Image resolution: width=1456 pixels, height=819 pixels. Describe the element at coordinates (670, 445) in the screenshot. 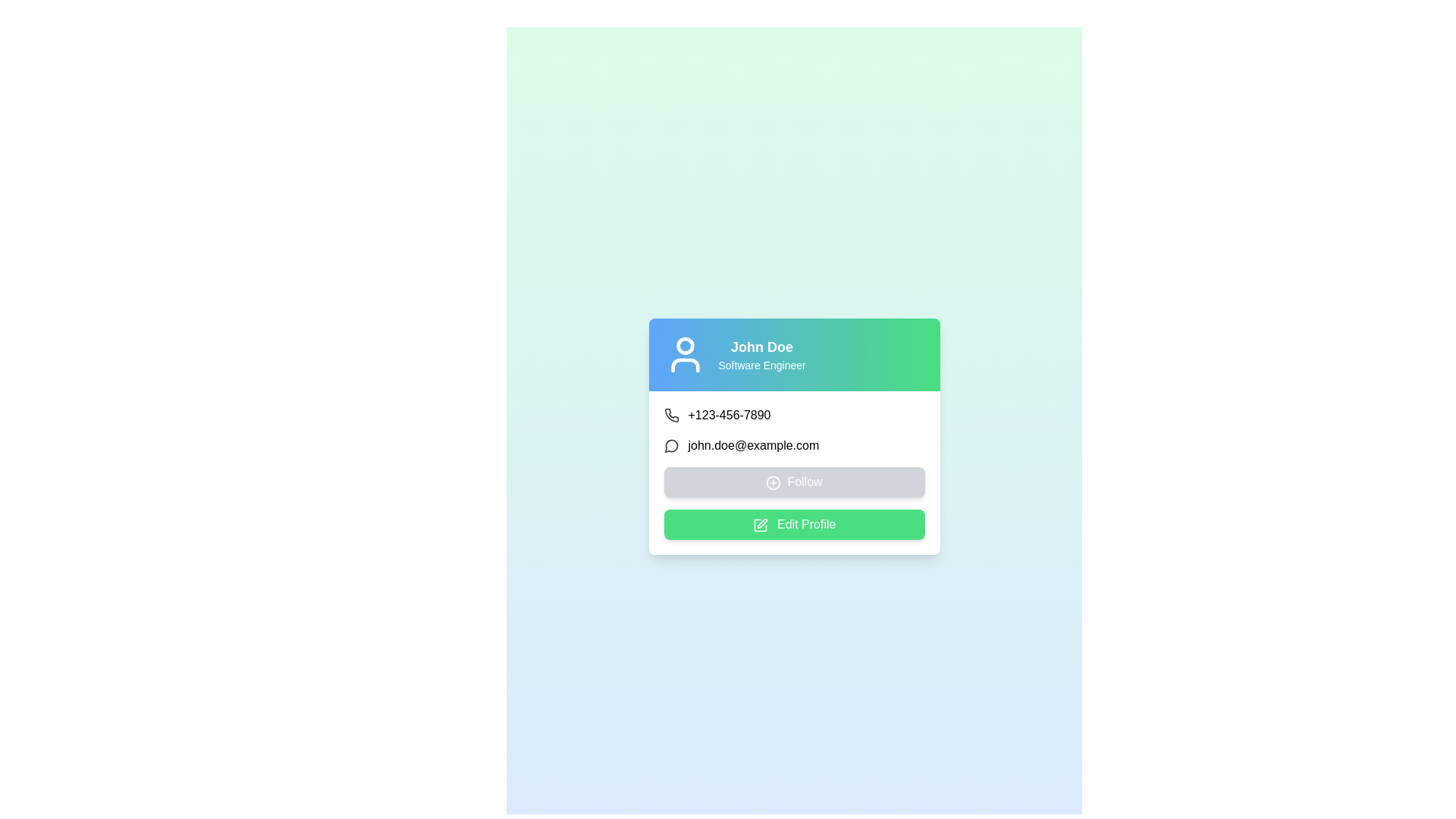

I see `the comment or messaging icon located on the left side of the contact information section, aligned with the phone number and email address` at that location.